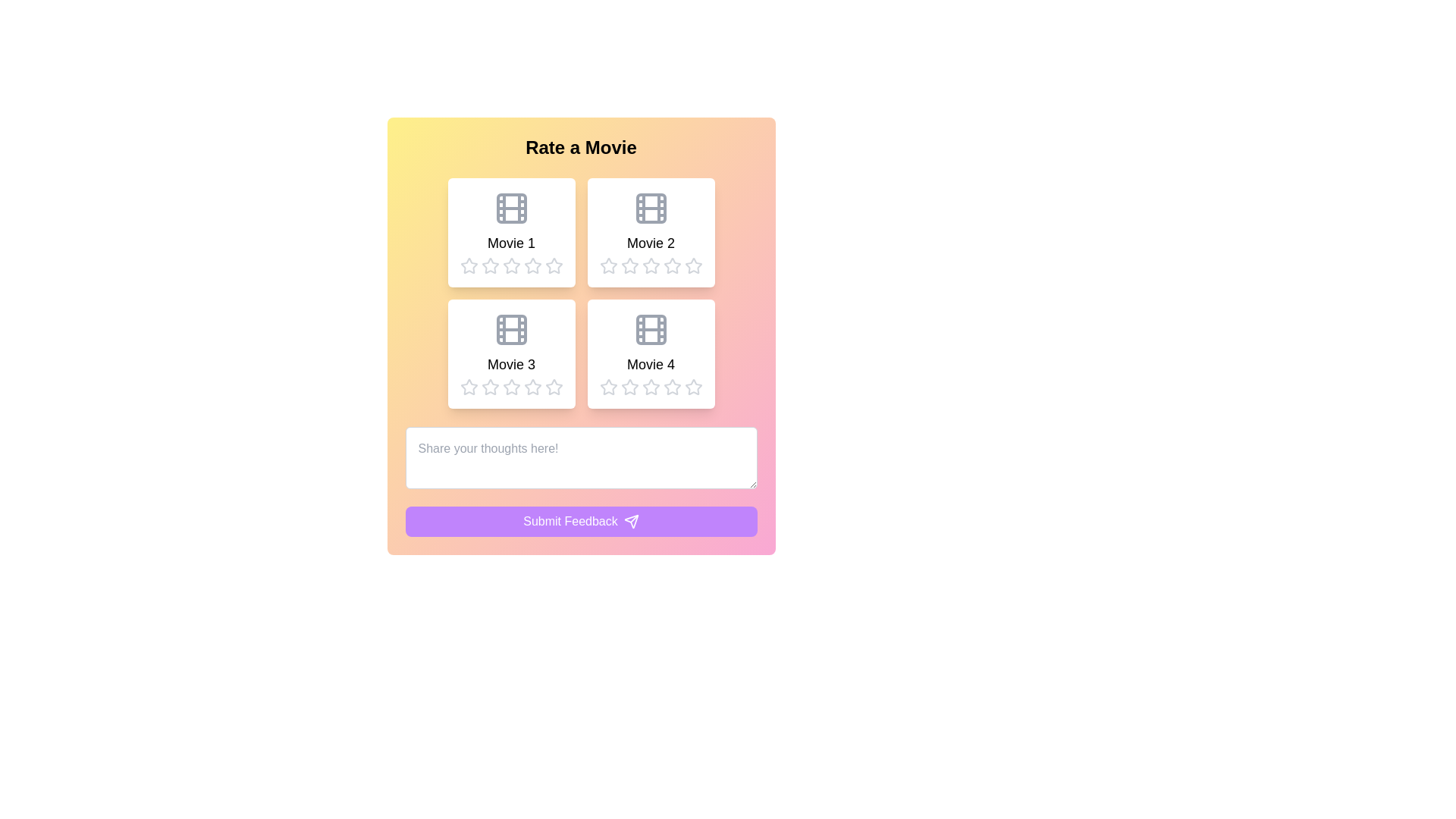 The width and height of the screenshot is (1456, 819). I want to click on the first star icon in the rating row for 'Movie 4' to rate it, so click(608, 386).